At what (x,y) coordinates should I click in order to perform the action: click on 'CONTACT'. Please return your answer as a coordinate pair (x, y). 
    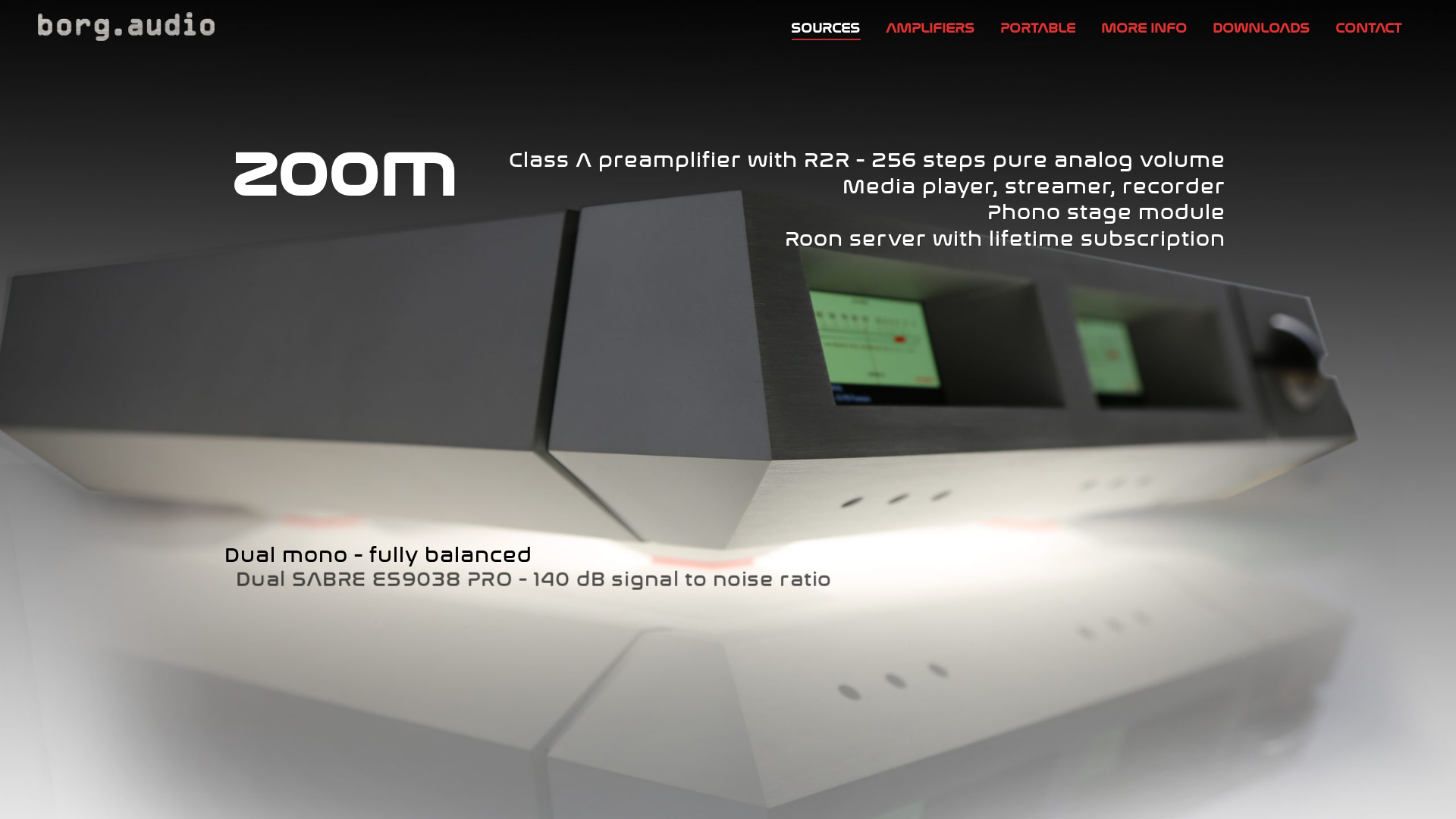
    Looking at the image, I should click on (1368, 26).